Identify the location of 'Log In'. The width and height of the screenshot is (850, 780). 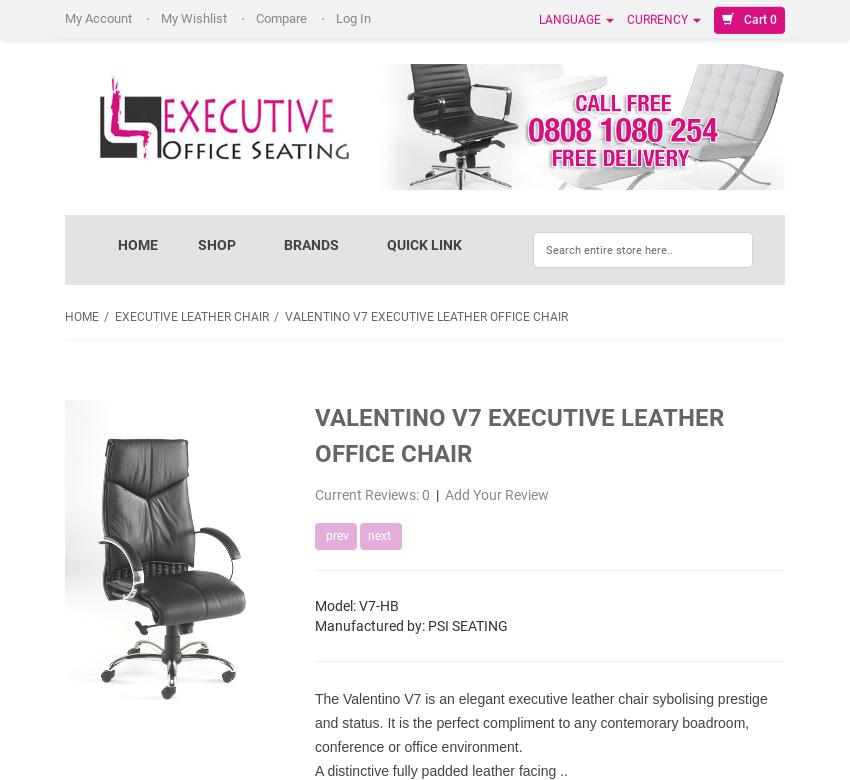
(336, 18).